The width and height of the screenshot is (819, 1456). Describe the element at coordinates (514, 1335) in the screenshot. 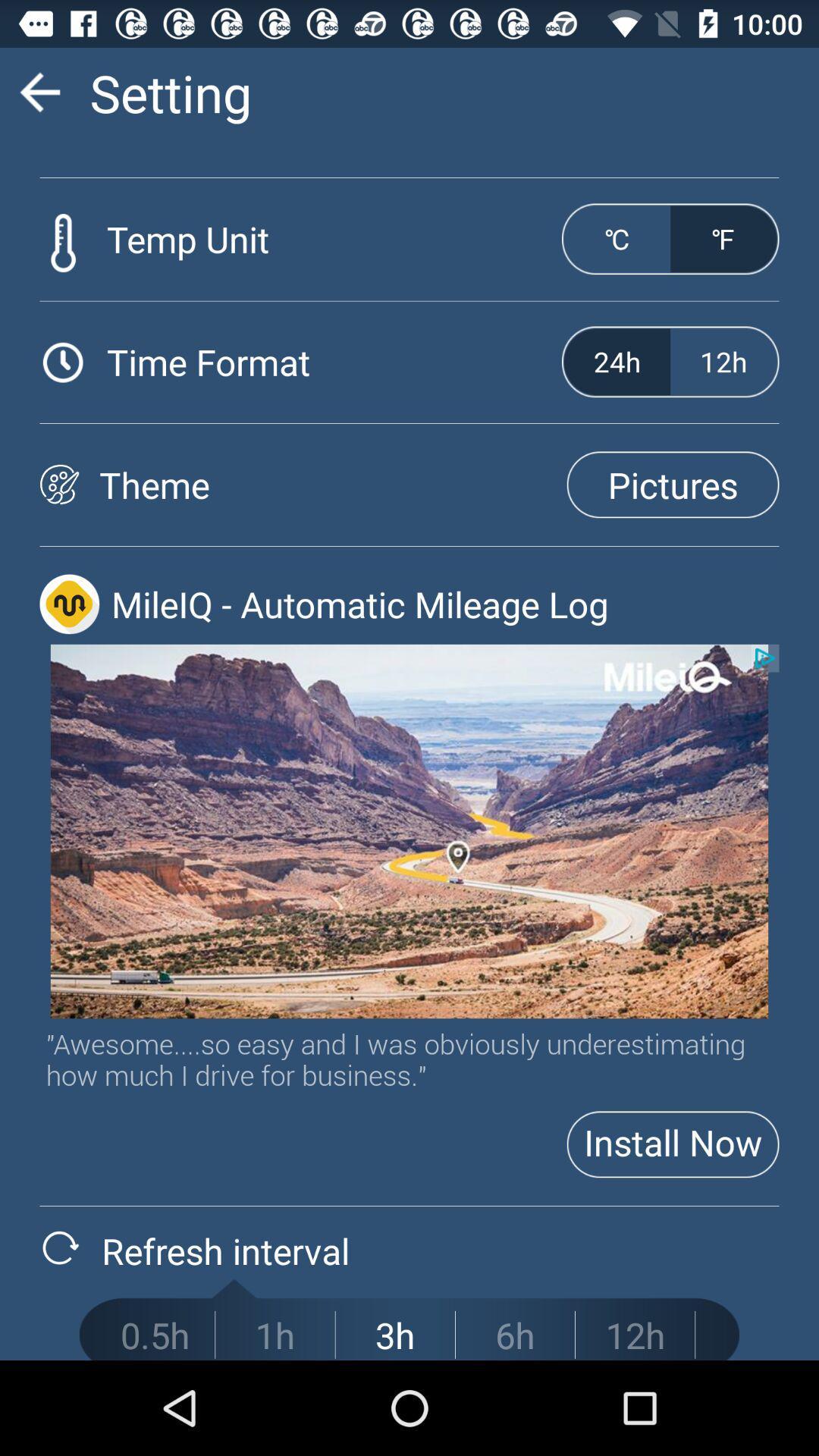

I see `item to the right of the 3h` at that location.